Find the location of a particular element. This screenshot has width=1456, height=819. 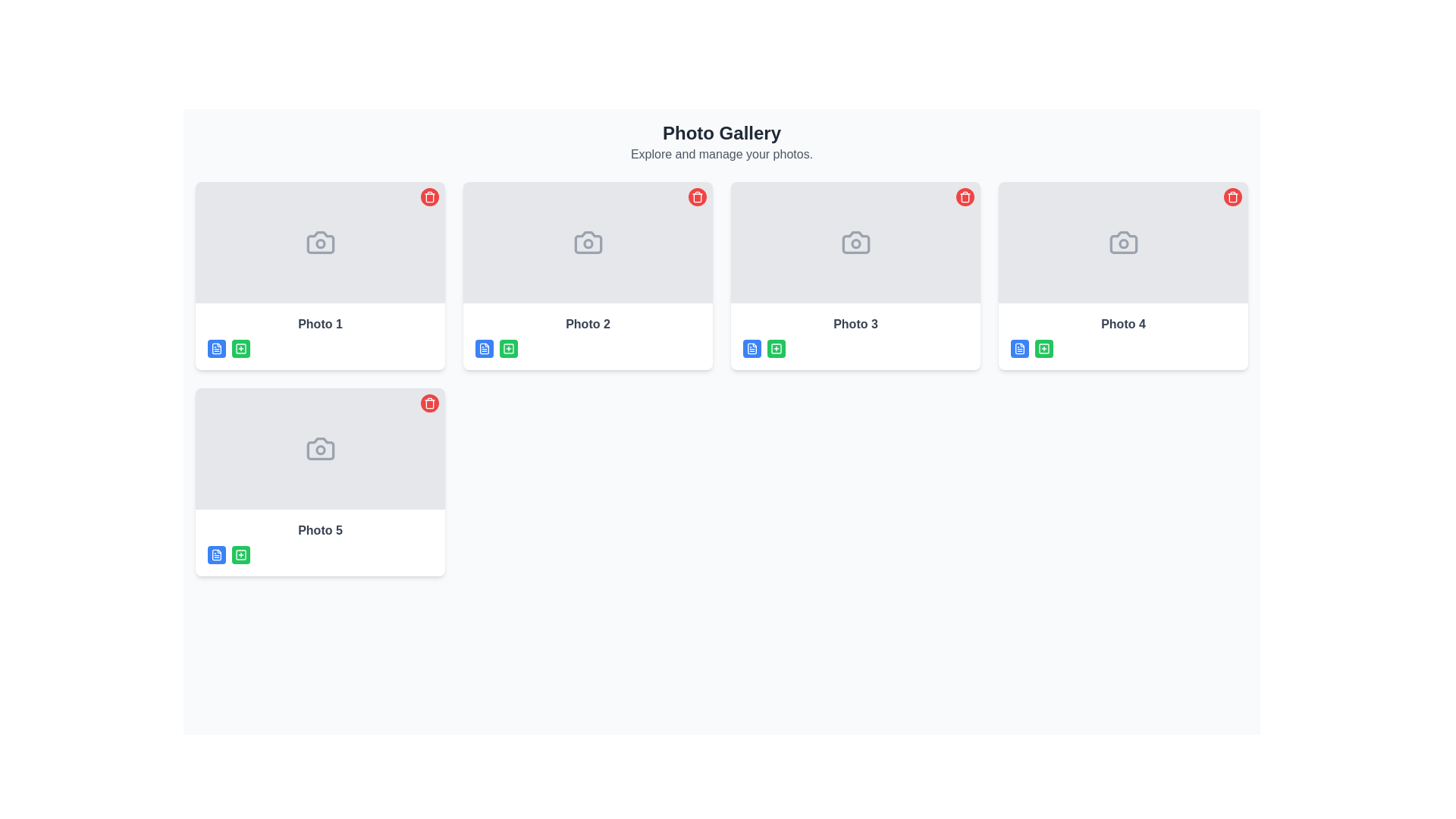

the green square button with a plus sign (+) icon located beneath 'Photo 4' is located at coordinates (1043, 348).